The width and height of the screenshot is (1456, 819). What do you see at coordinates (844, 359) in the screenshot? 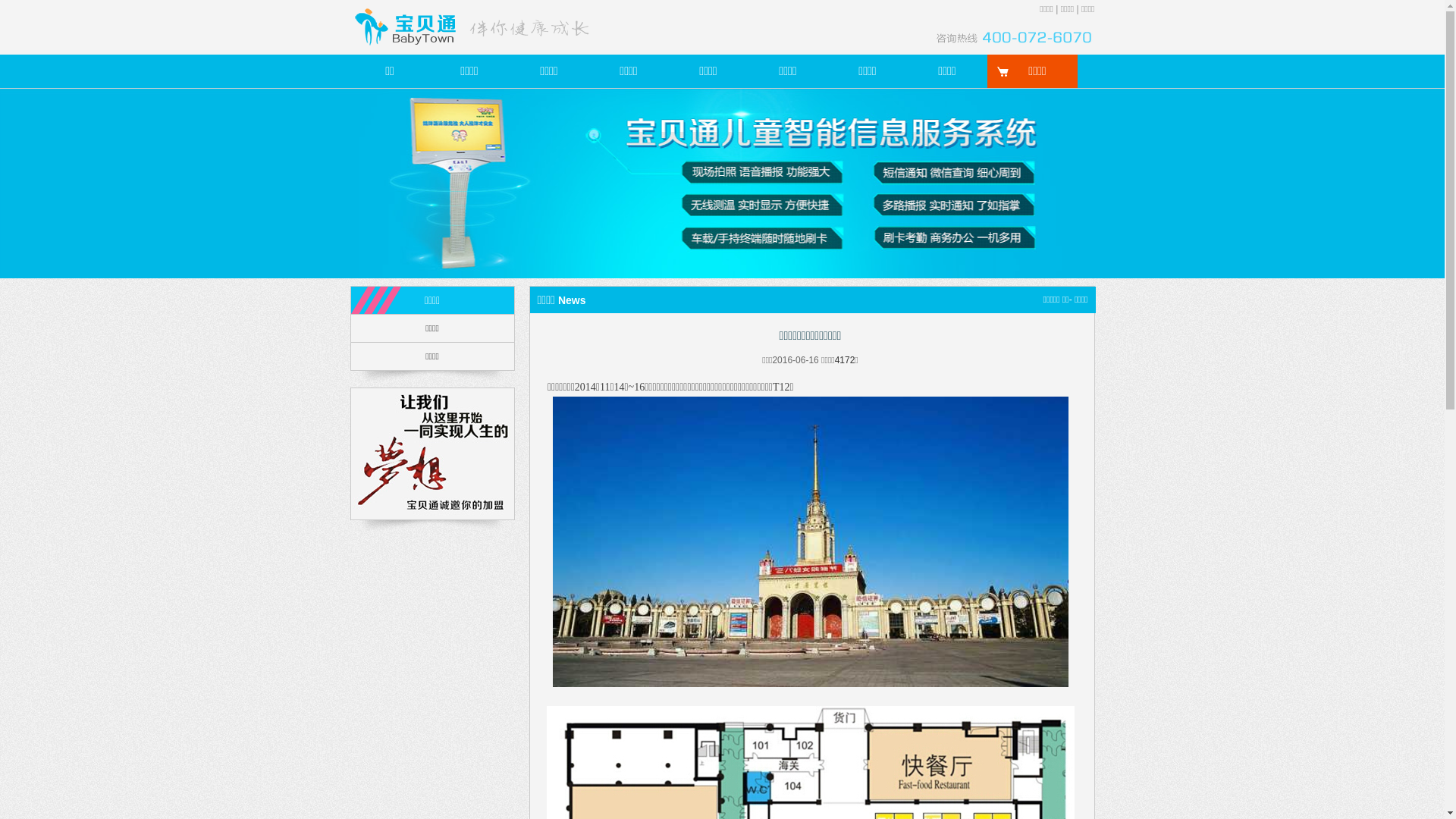
I see `'4172'` at bounding box center [844, 359].